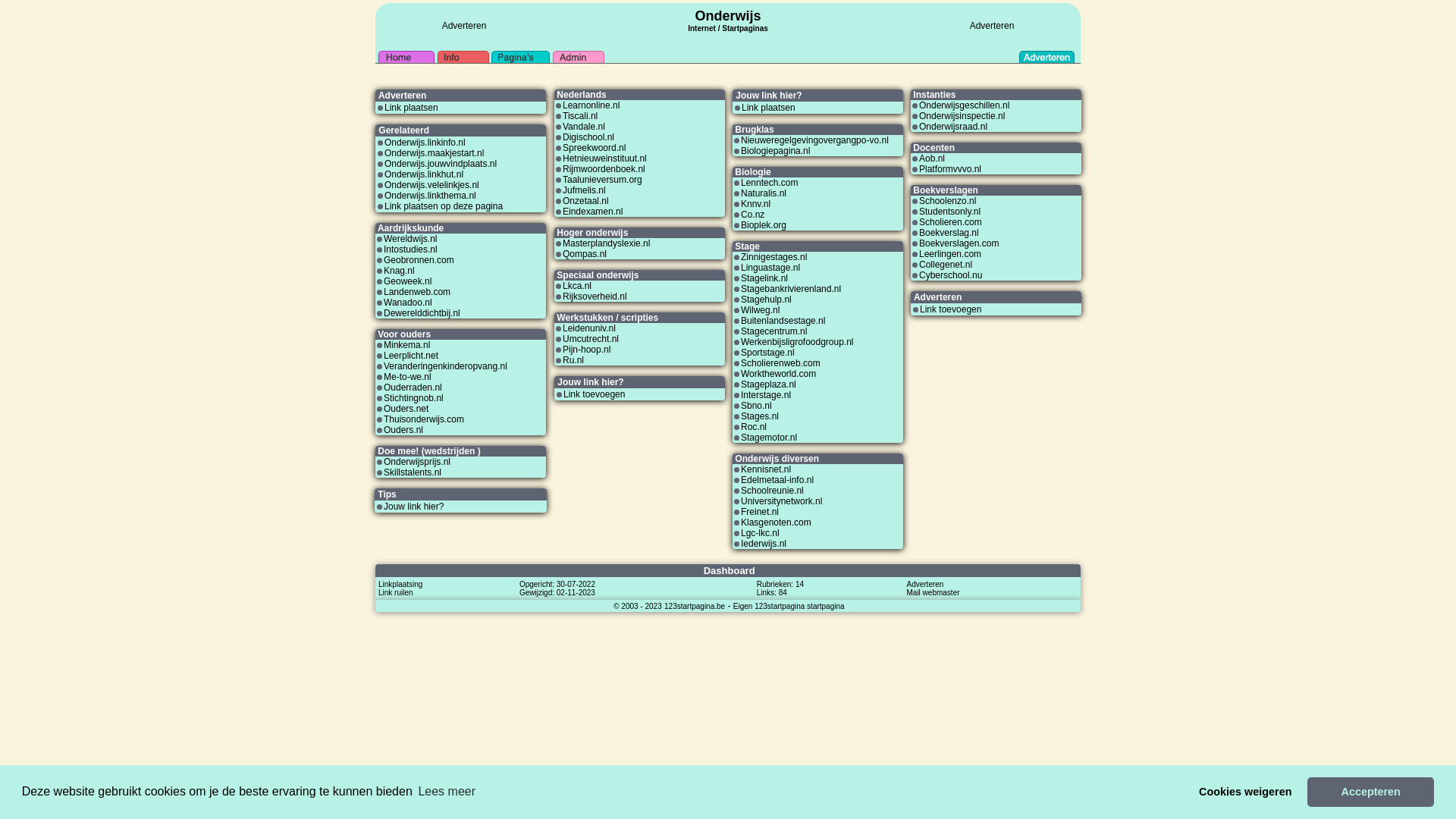  I want to click on 'Spreekwoord.nl', so click(593, 148).